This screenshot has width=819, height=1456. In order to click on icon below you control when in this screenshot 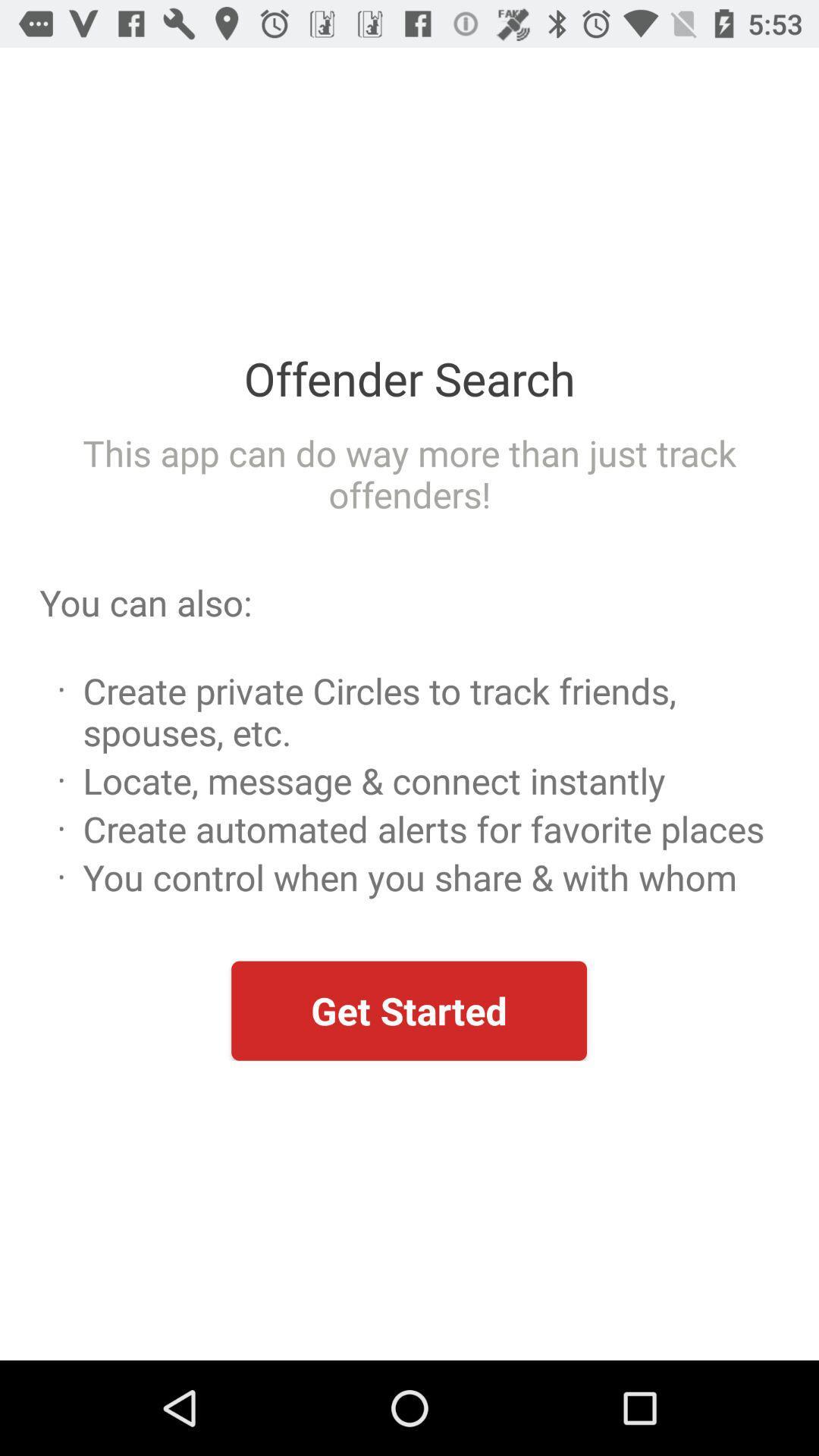, I will do `click(408, 1011)`.